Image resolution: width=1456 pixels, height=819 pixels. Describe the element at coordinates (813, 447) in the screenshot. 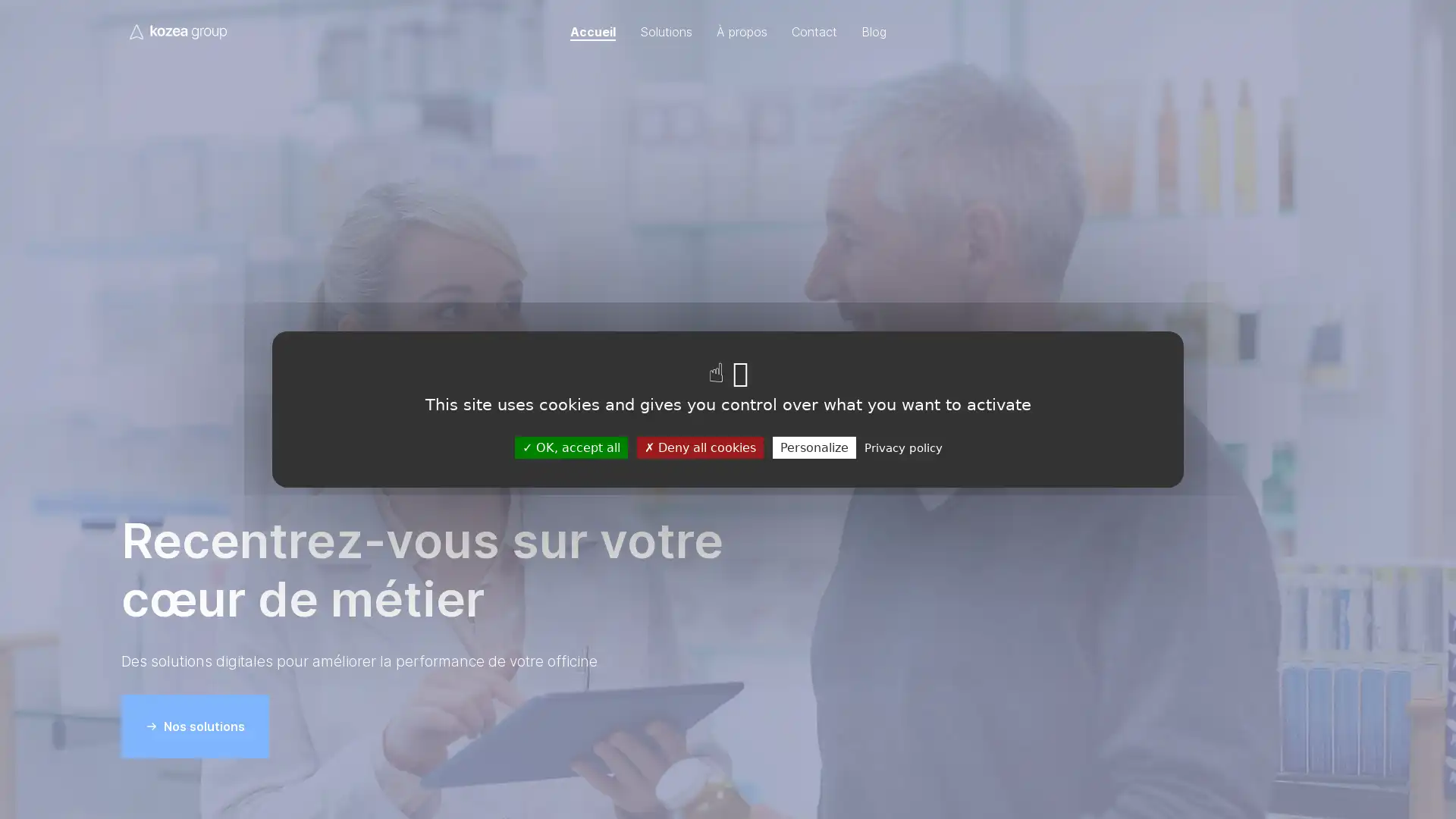

I see `Personalize (modal window)` at that location.